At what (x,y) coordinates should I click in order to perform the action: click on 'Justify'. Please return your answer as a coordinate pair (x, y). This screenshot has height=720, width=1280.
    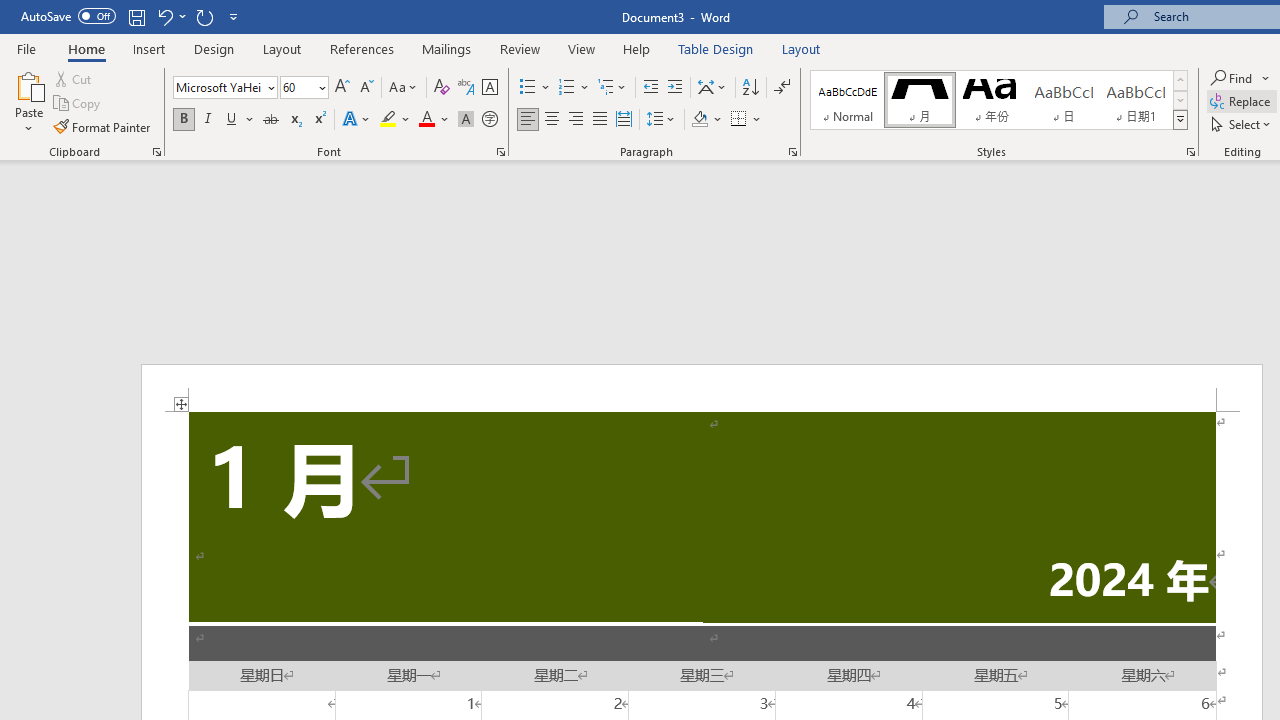
    Looking at the image, I should click on (598, 119).